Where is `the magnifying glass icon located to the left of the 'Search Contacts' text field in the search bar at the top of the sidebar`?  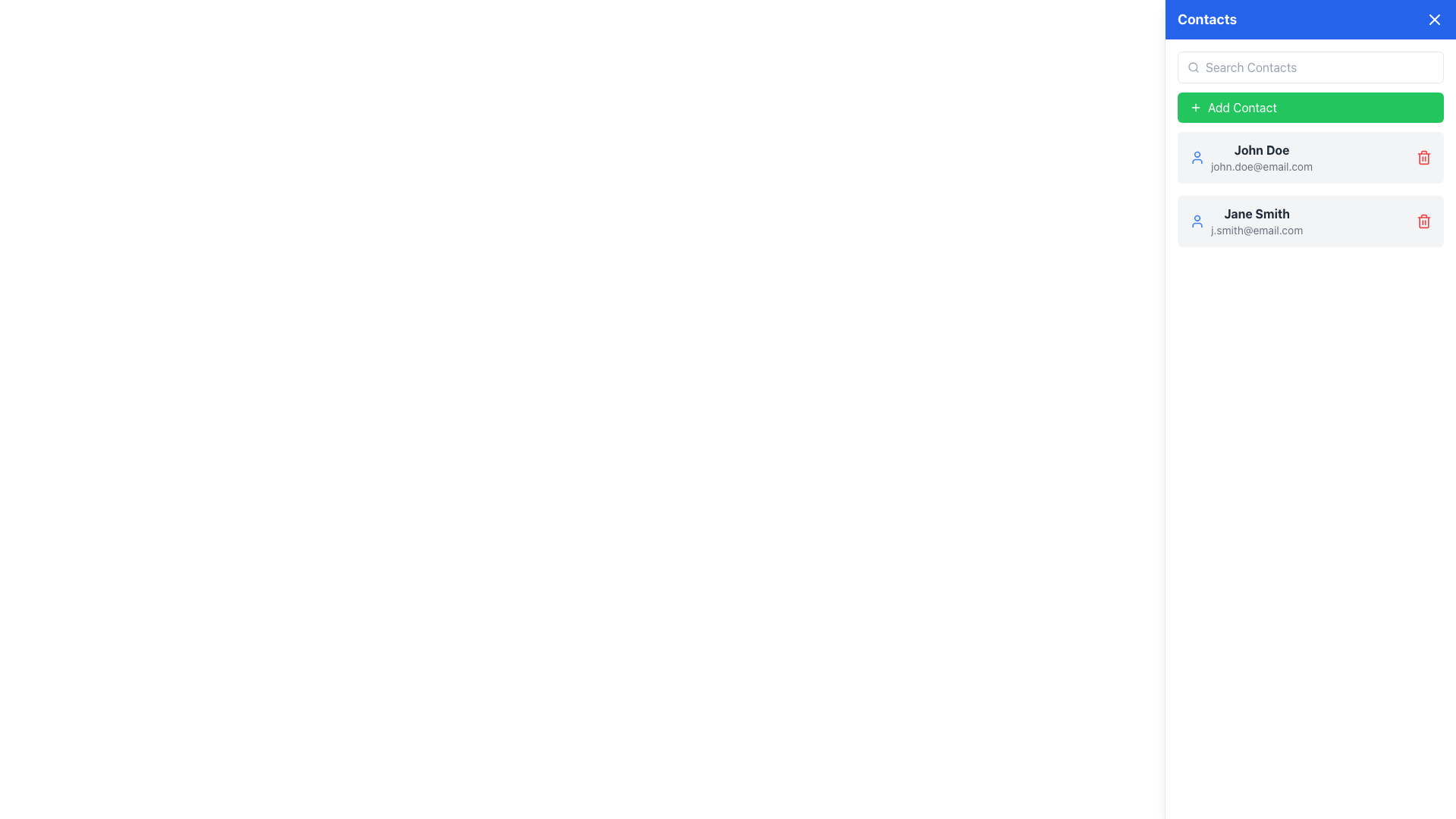 the magnifying glass icon located to the left of the 'Search Contacts' text field in the search bar at the top of the sidebar is located at coordinates (1193, 66).